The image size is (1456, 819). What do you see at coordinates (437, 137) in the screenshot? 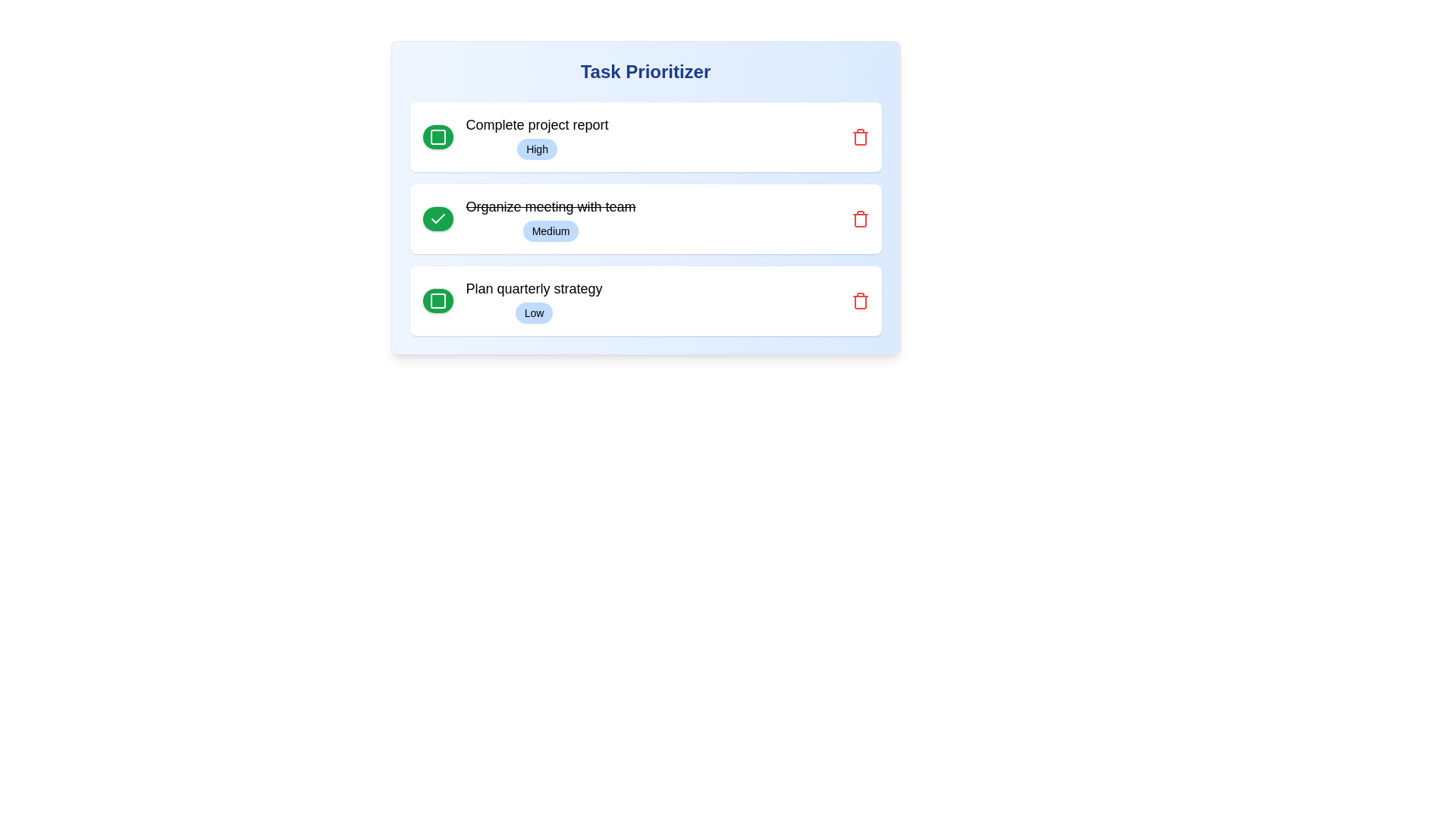
I see `the green rounded square icon that is the first icon in the task labeled 'Complete project report', located in the uppermost task row` at bounding box center [437, 137].